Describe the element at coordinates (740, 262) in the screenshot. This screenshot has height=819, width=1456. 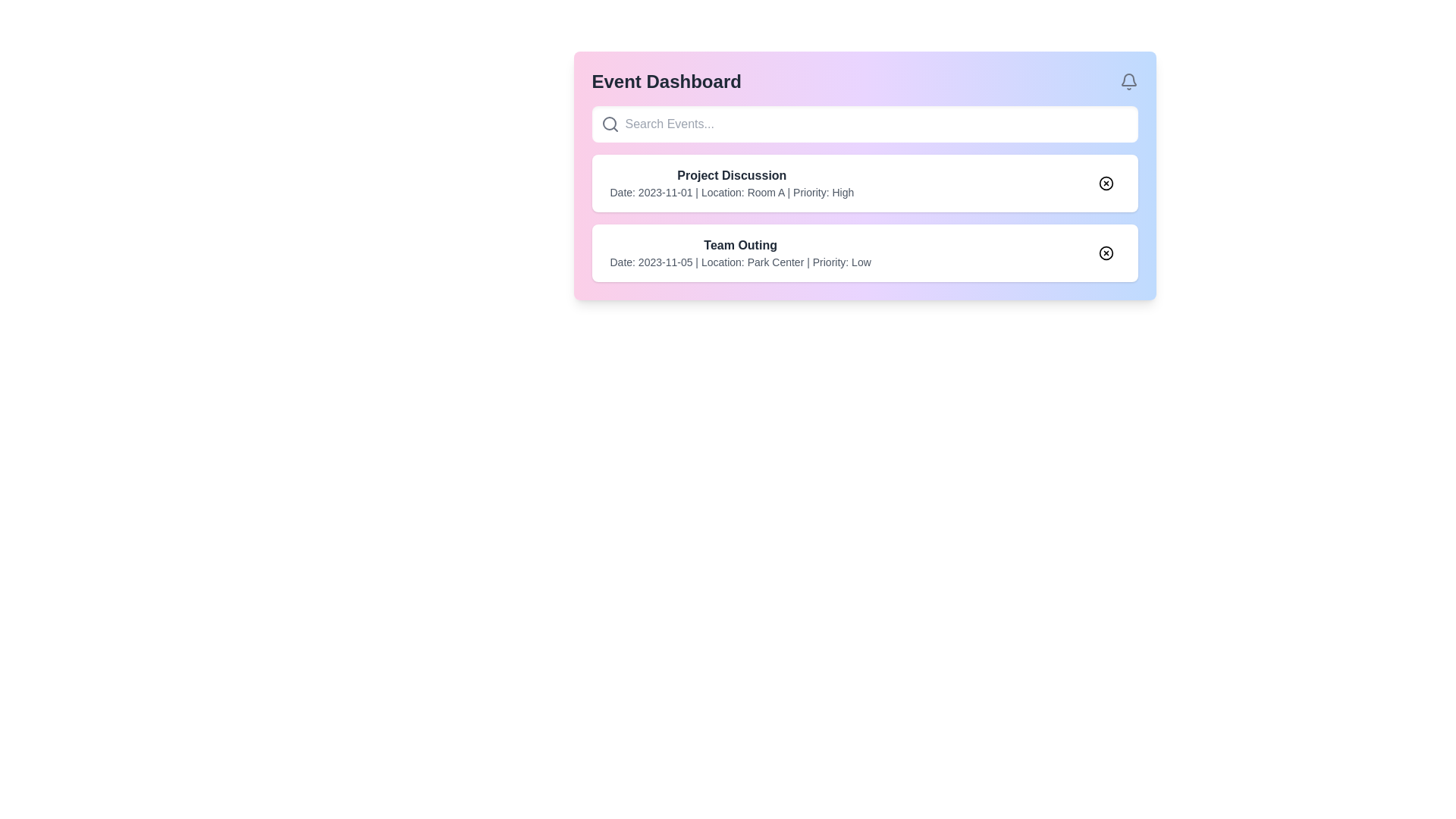
I see `the static text that provides details about the event, positioned below the 'Team Outing' header in the second event card` at that location.